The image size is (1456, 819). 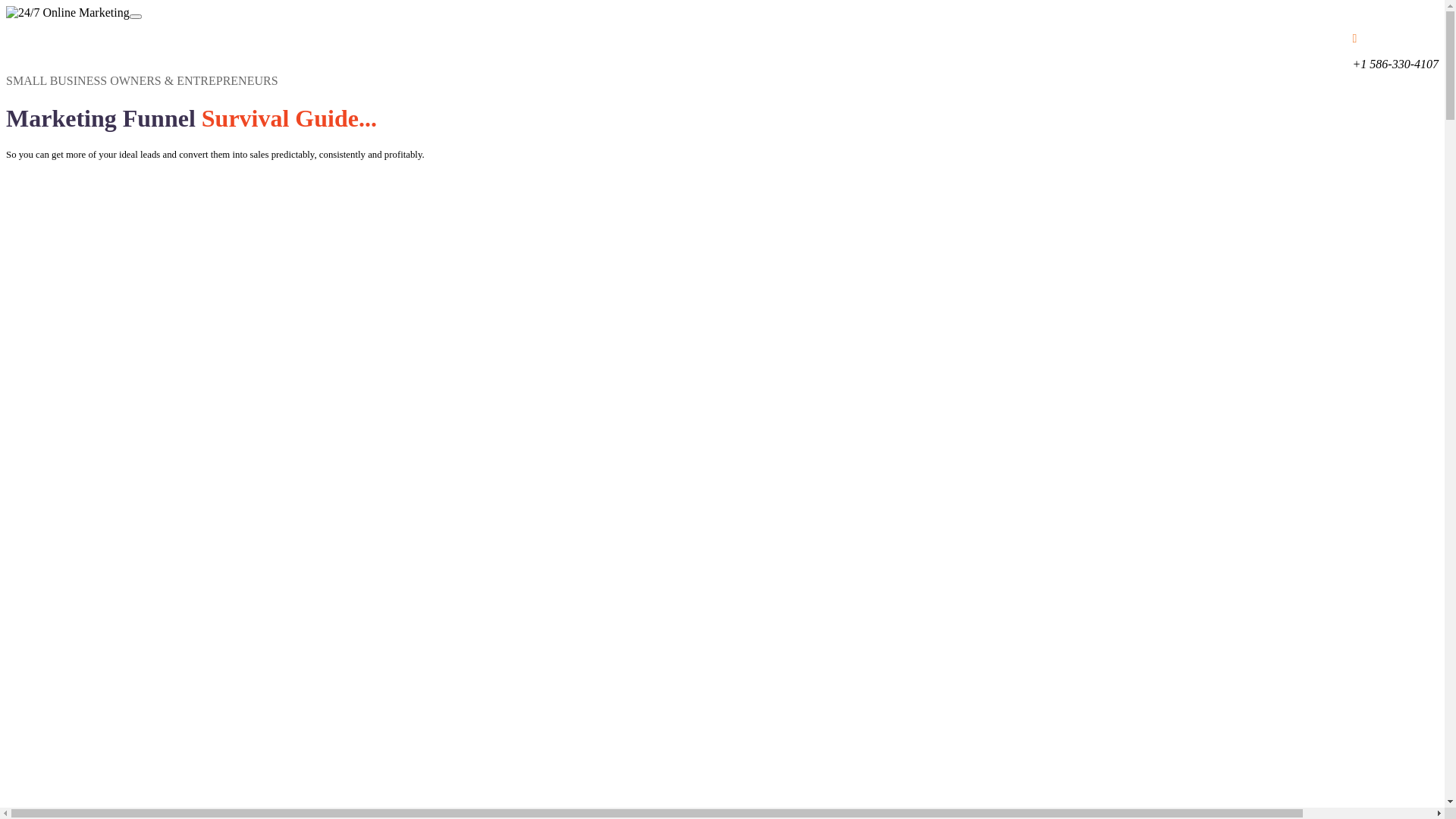 What do you see at coordinates (135, 17) in the screenshot?
I see `'Toggle navigation'` at bounding box center [135, 17].